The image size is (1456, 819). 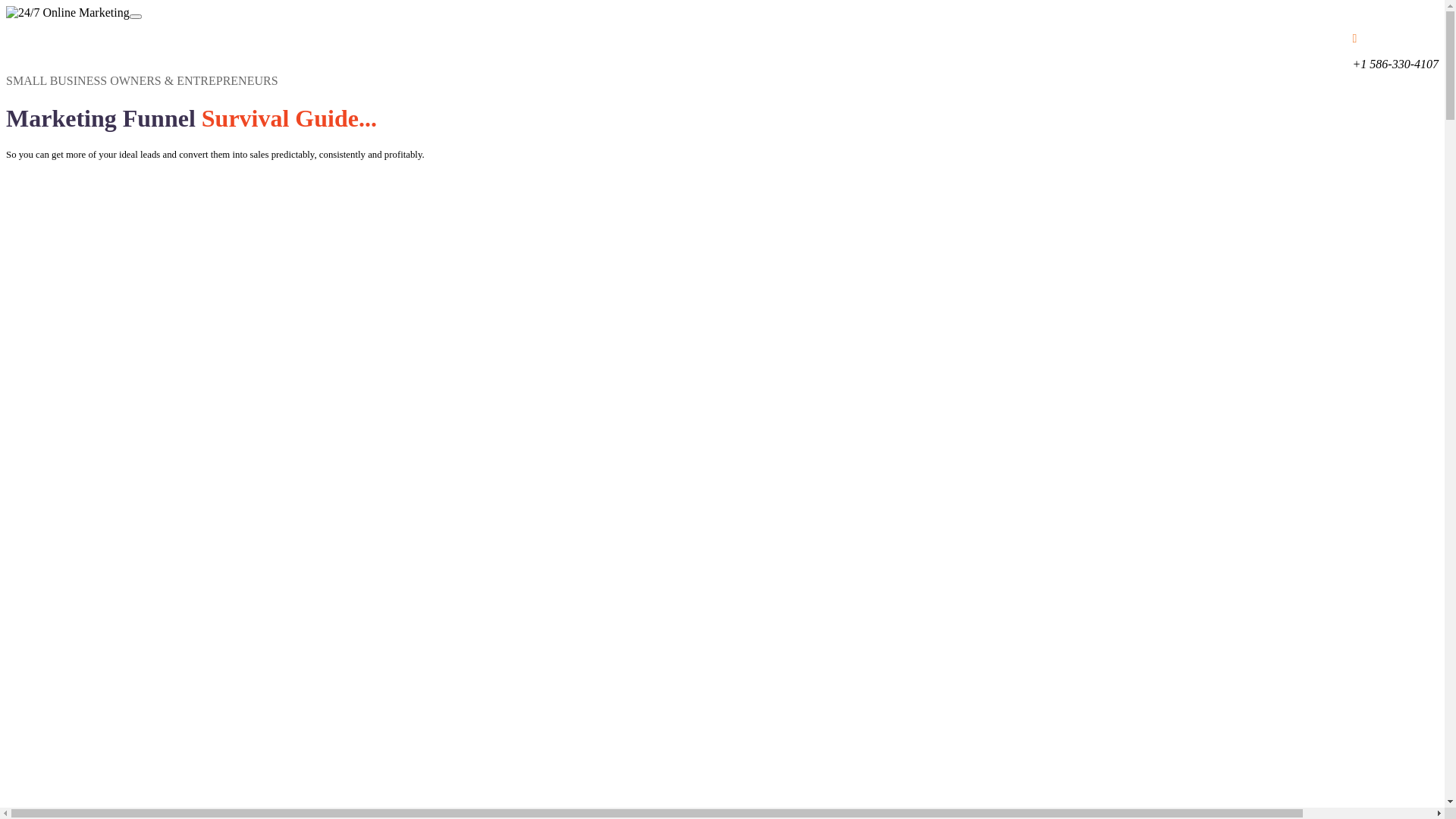 What do you see at coordinates (135, 17) in the screenshot?
I see `'Toggle navigation'` at bounding box center [135, 17].